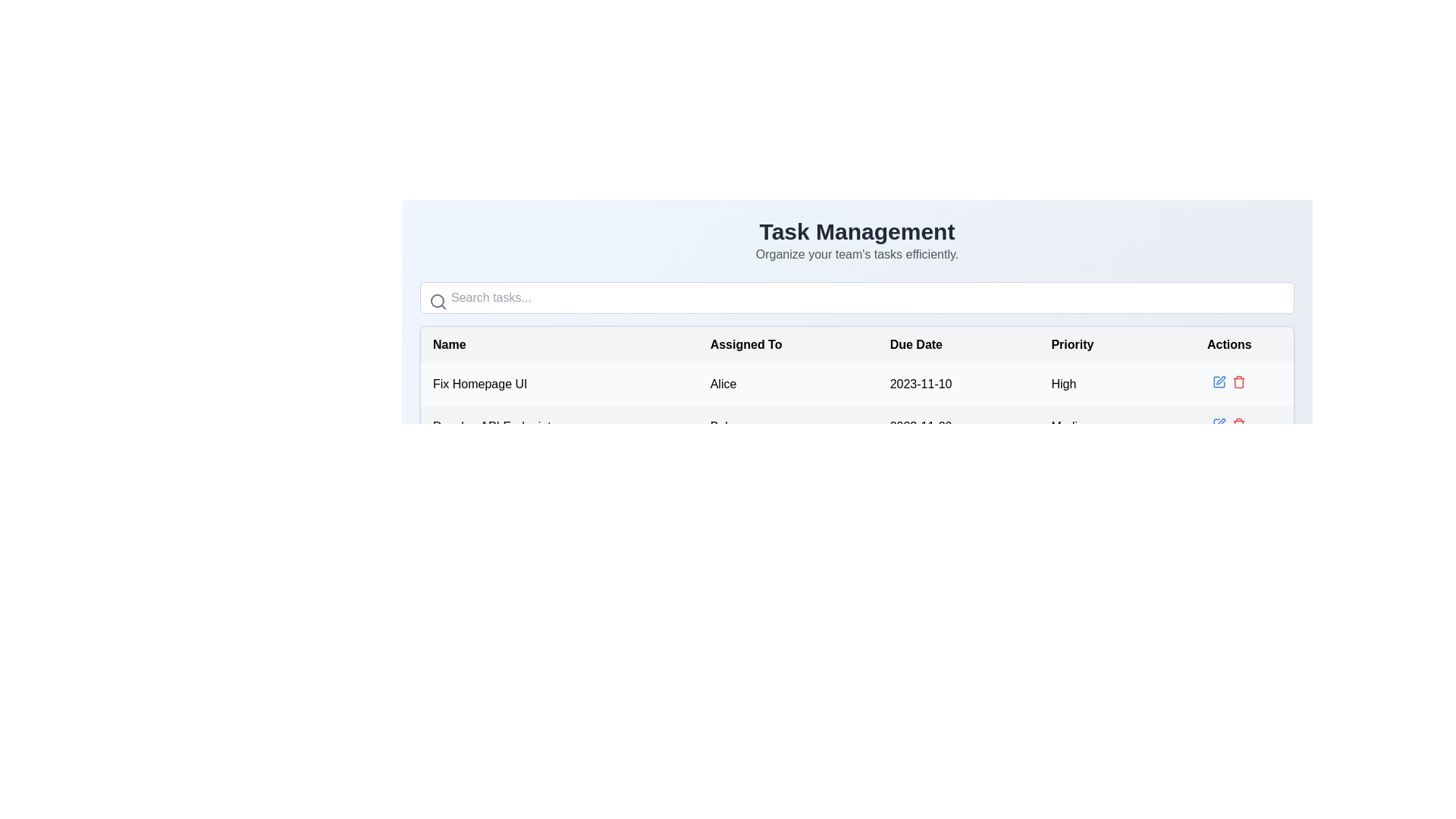 The width and height of the screenshot is (1456, 819). I want to click on the circular outline of the magnifying glass icon located in the top-left corner of the search bar, so click(436, 301).